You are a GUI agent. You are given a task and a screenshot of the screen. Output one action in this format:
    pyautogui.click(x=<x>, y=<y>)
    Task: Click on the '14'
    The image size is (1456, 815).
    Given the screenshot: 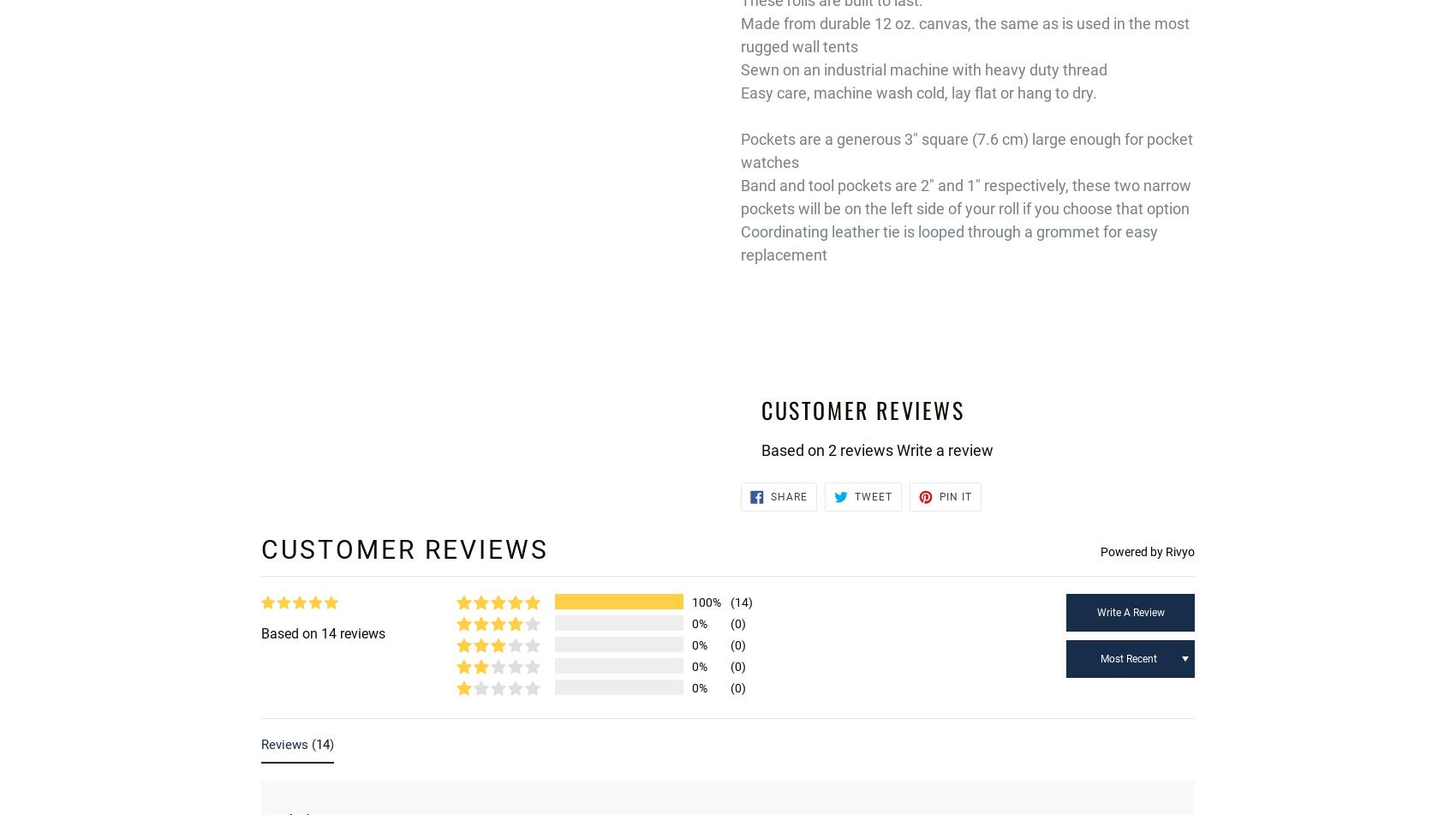 What is the action you would take?
    pyautogui.click(x=315, y=742)
    